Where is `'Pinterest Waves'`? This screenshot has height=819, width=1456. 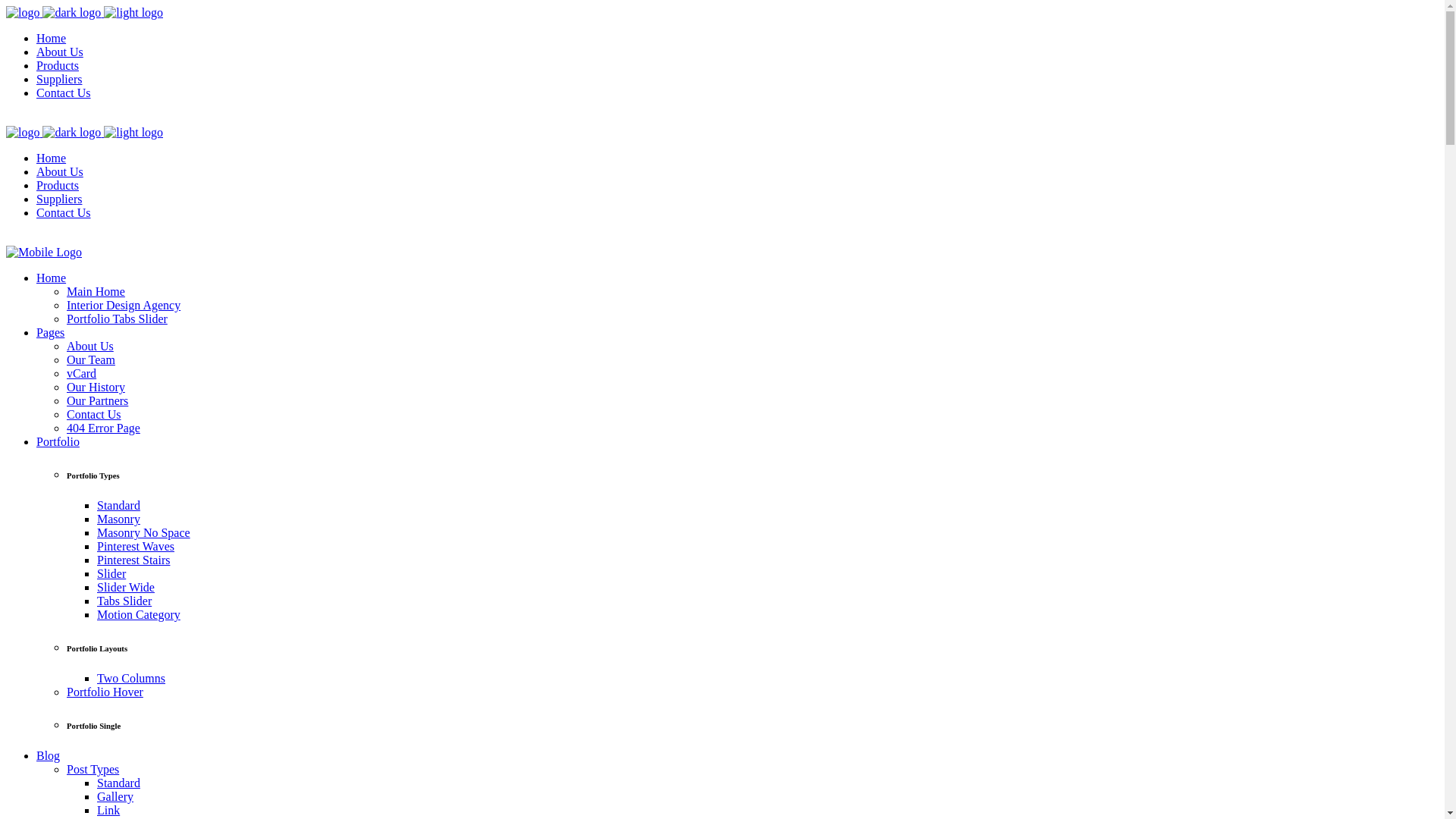 'Pinterest Waves' is located at coordinates (135, 546).